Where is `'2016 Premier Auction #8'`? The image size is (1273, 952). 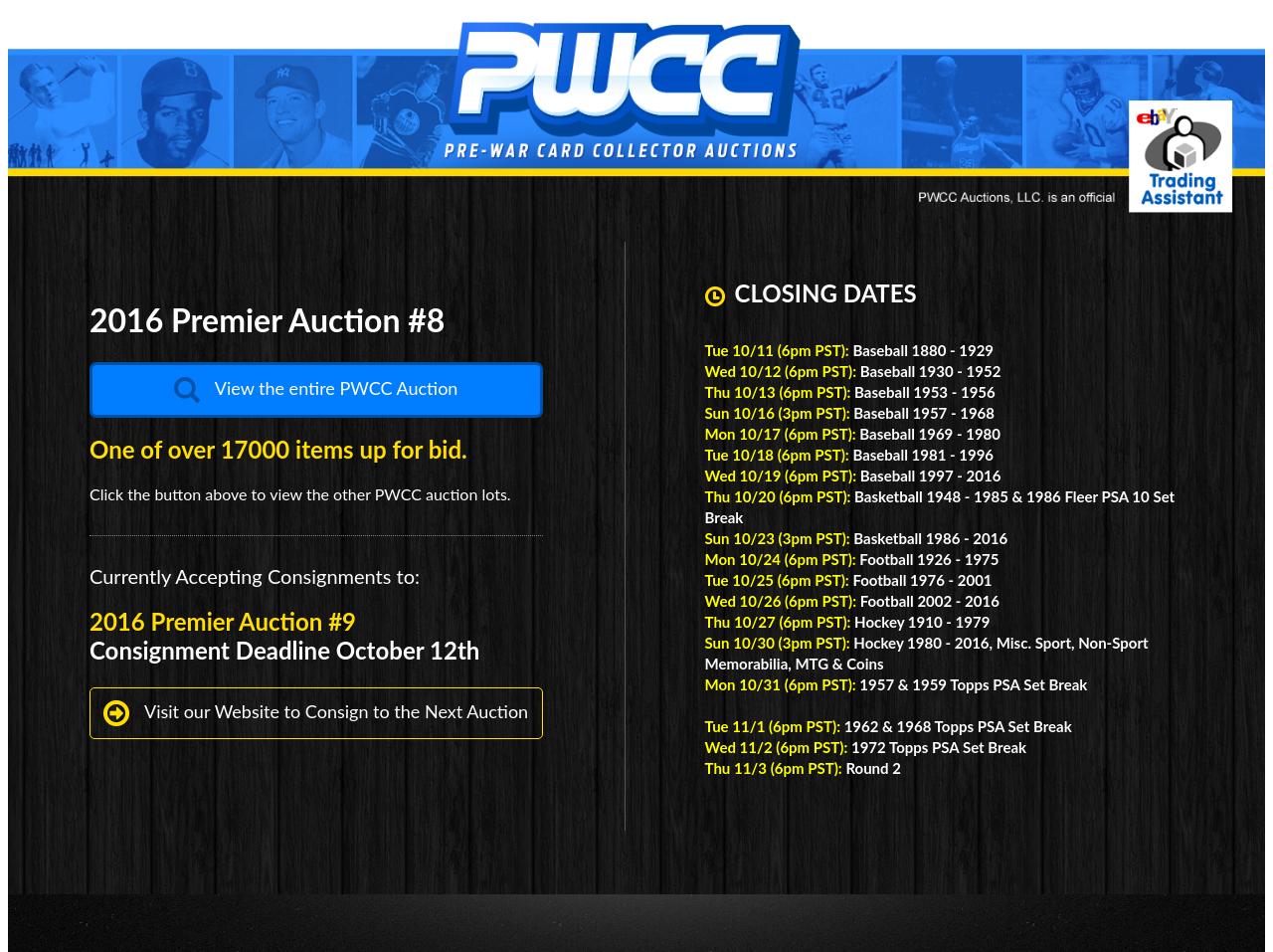
'2016 Premier Auction #8' is located at coordinates (266, 320).